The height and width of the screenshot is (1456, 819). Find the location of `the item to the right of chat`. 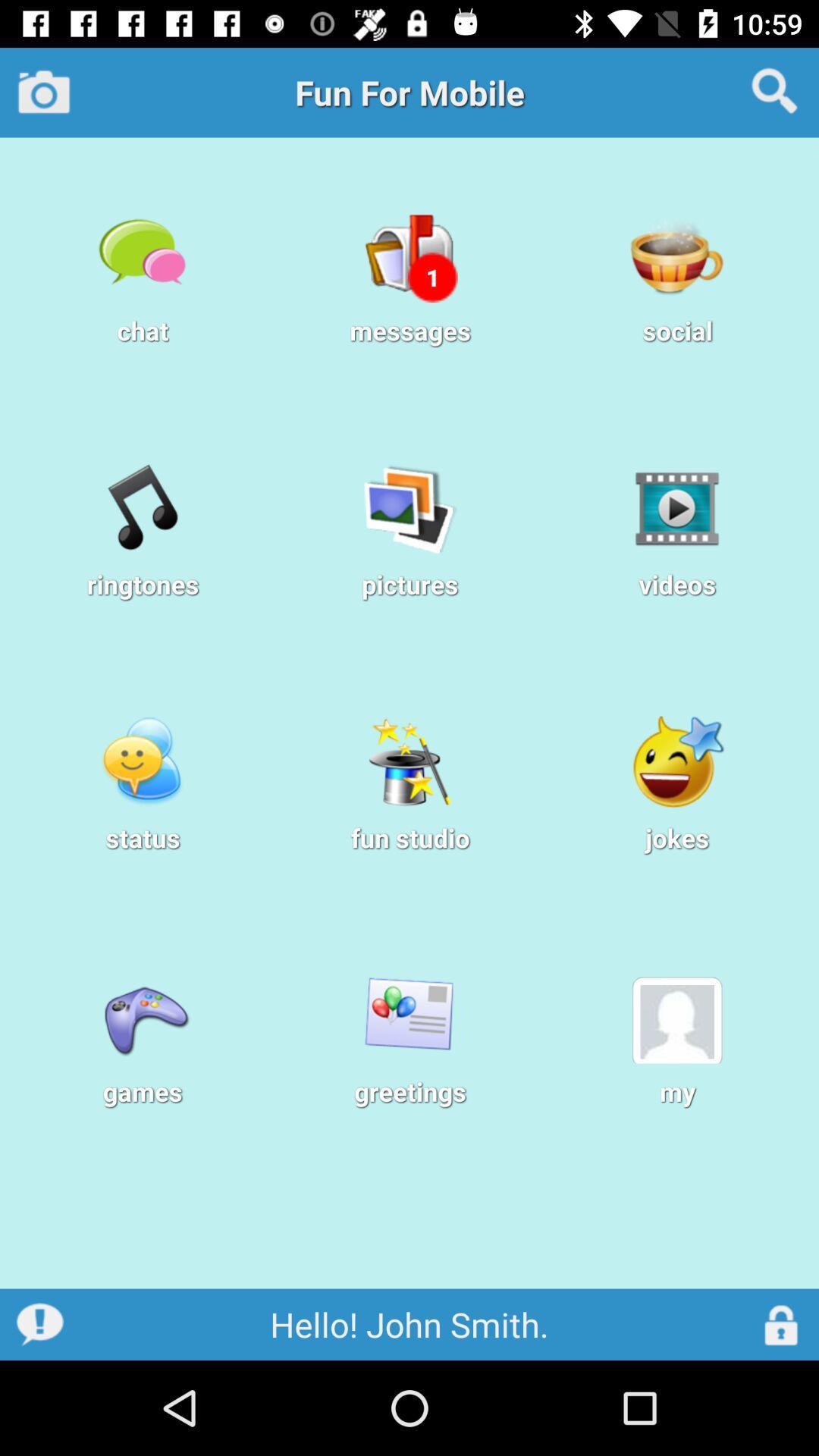

the item to the right of chat is located at coordinates (432, 277).